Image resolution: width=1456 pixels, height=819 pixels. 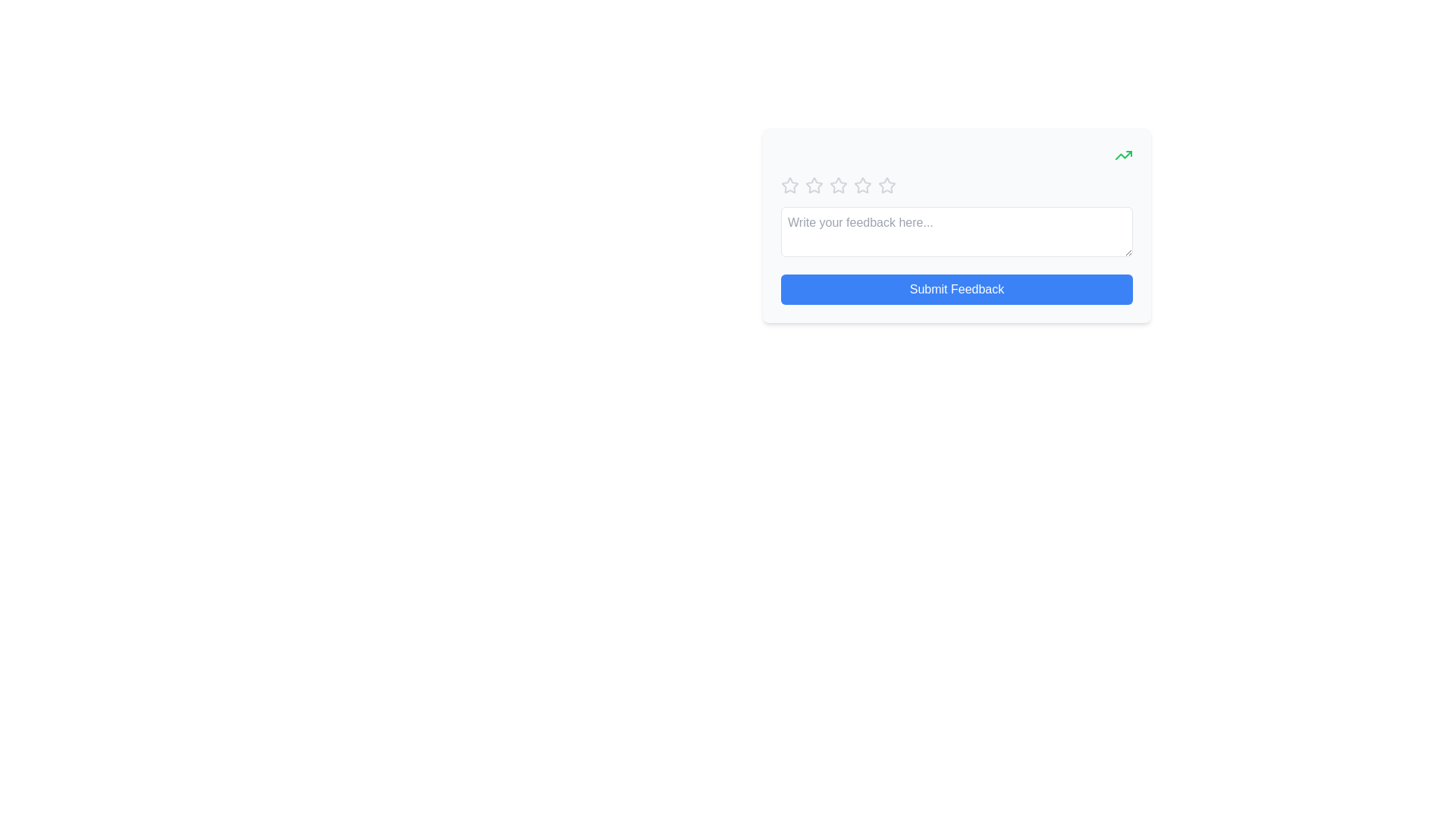 What do you see at coordinates (1124, 155) in the screenshot?
I see `the upward trending green arrow icon located in the top-right corner of the feedback form interface` at bounding box center [1124, 155].